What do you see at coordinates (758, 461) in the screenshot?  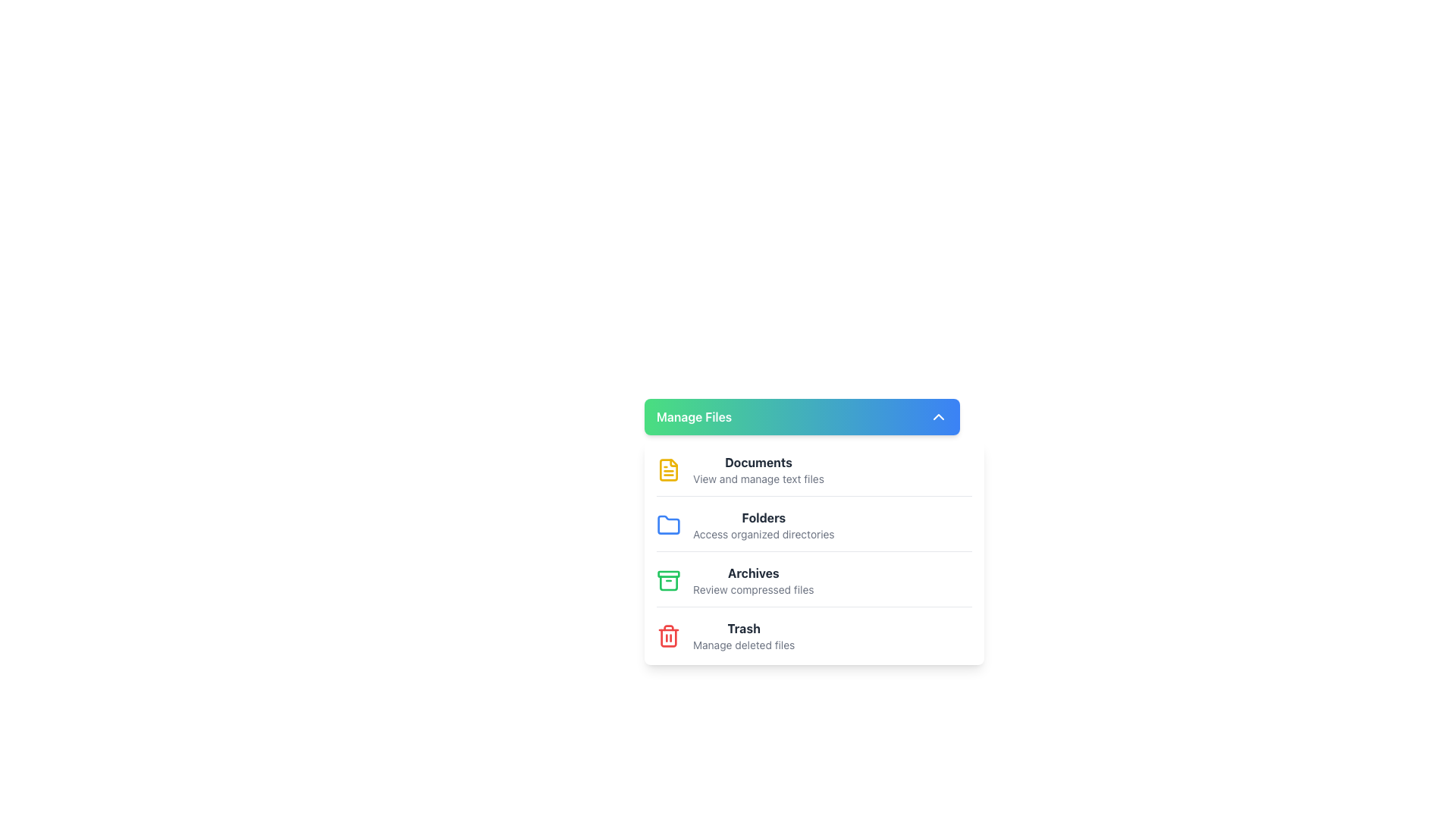 I see `the Text Label that identifies the first item in the file management options dropdown menu under 'Manage Files'` at bounding box center [758, 461].